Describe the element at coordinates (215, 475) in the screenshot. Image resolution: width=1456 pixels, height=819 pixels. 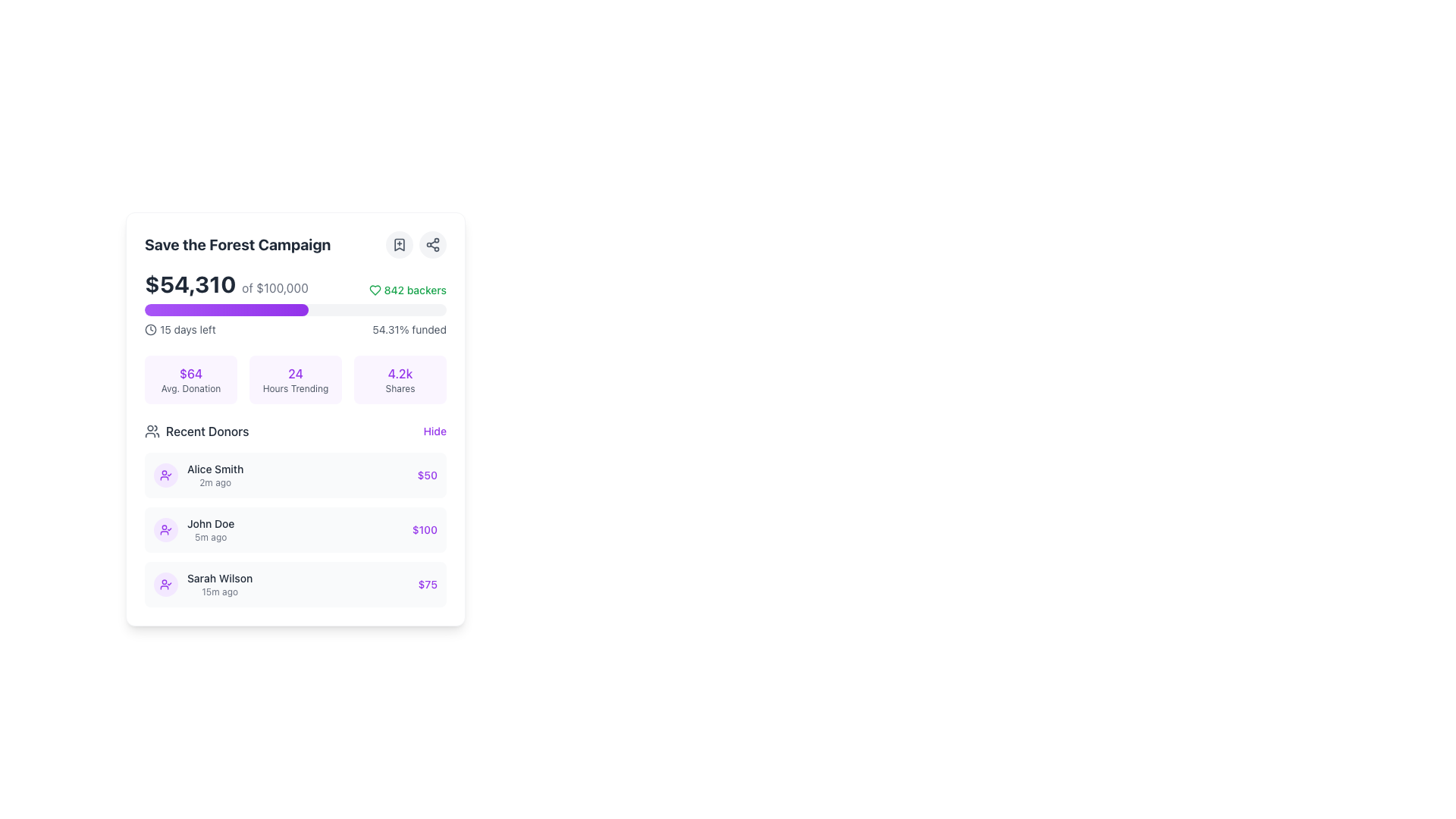
I see `the text label displaying the donor's name and donation time, which is the first entry in the 'Recent Donors' list, located within a white card and next to a purple user profile icon` at that location.